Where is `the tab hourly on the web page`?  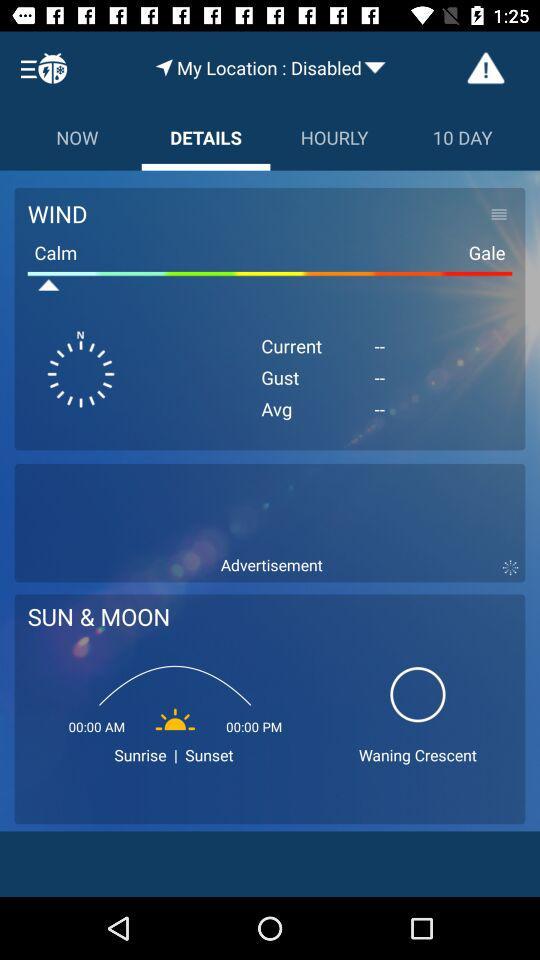
the tab hourly on the web page is located at coordinates (334, 136).